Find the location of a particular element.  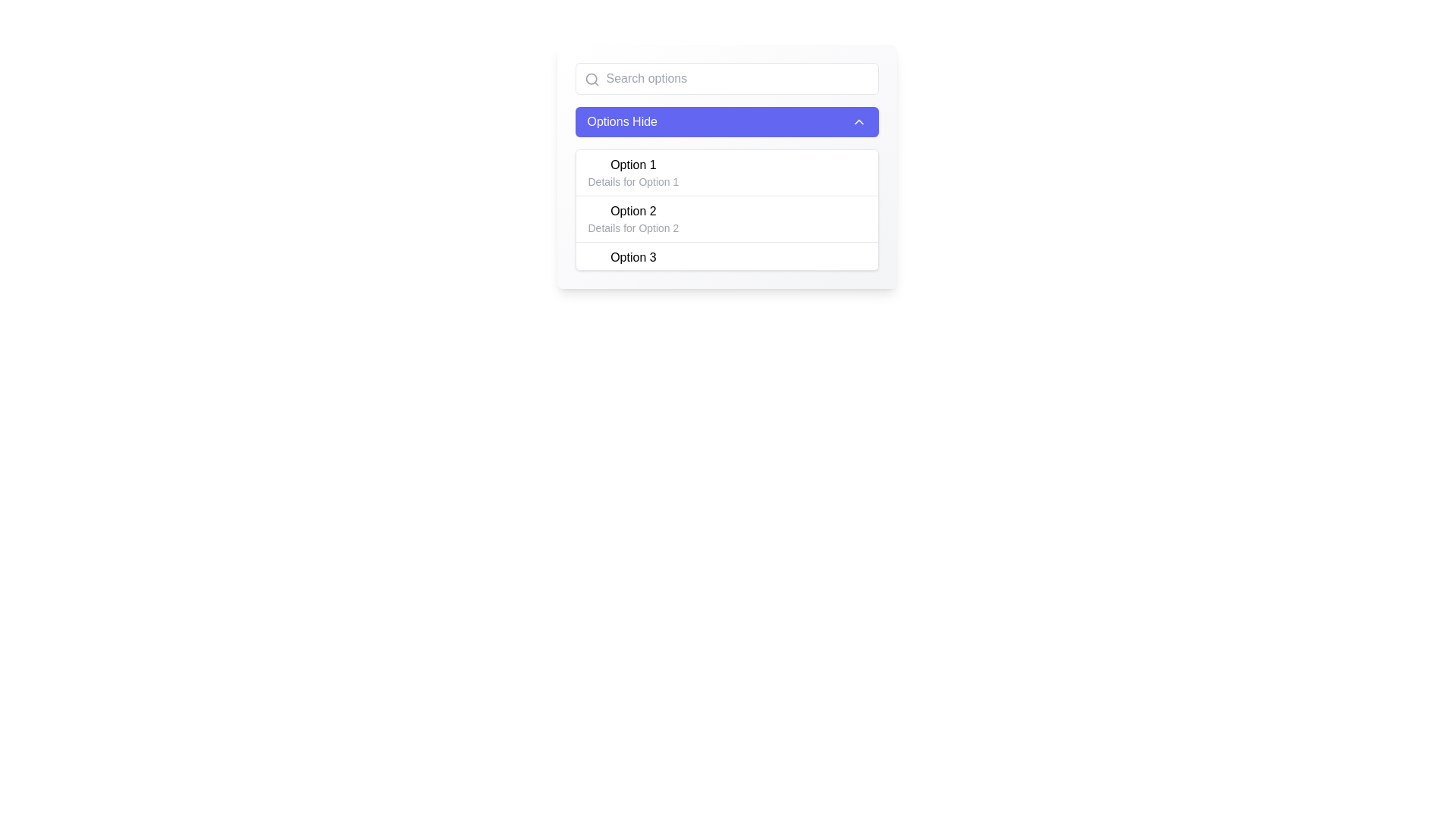

the static text element that serves as a label for the dropdown menu under 'Options Hide', which is the topmost text in its grouping is located at coordinates (633, 165).